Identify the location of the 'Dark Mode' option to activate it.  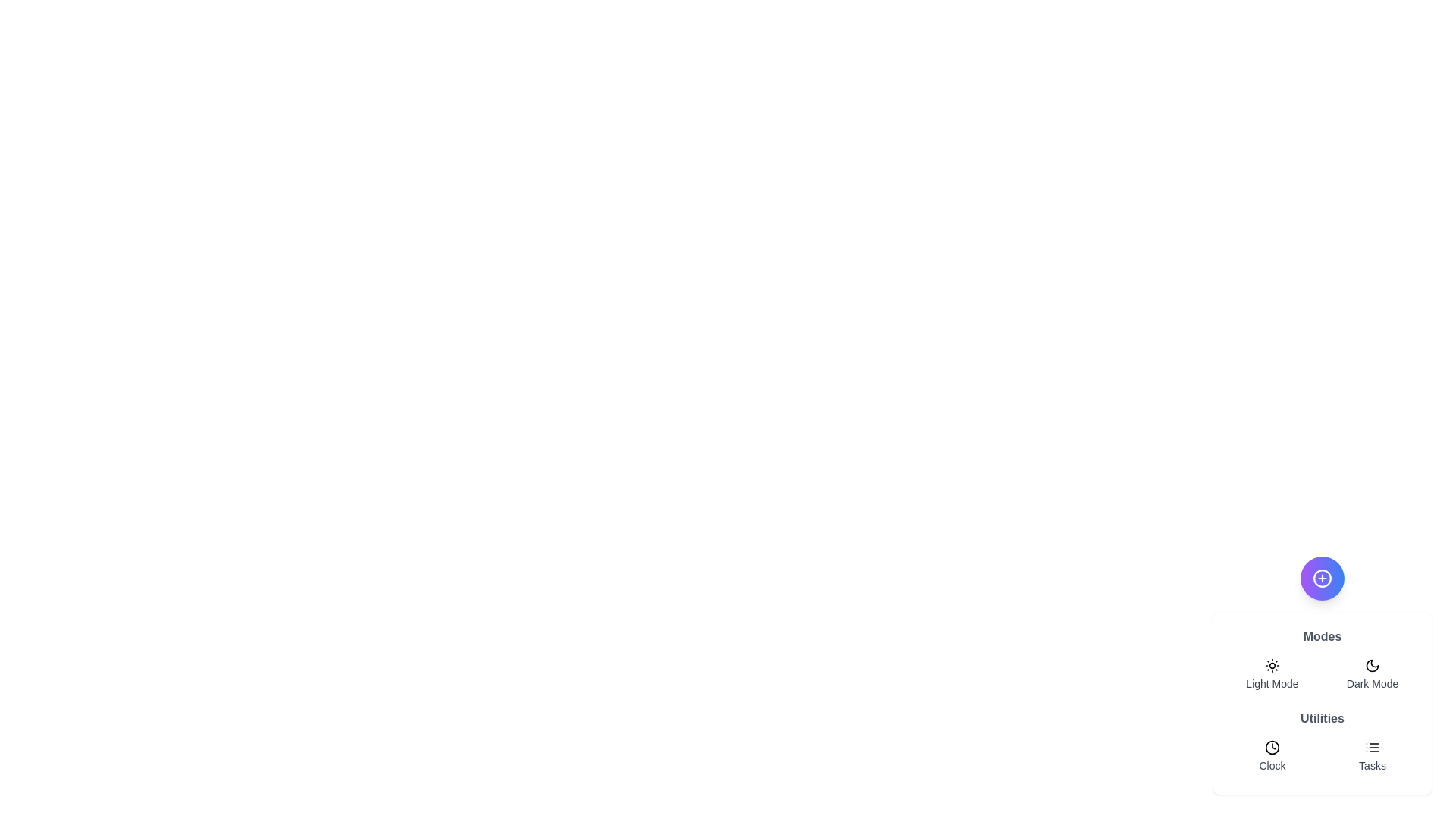
(1372, 674).